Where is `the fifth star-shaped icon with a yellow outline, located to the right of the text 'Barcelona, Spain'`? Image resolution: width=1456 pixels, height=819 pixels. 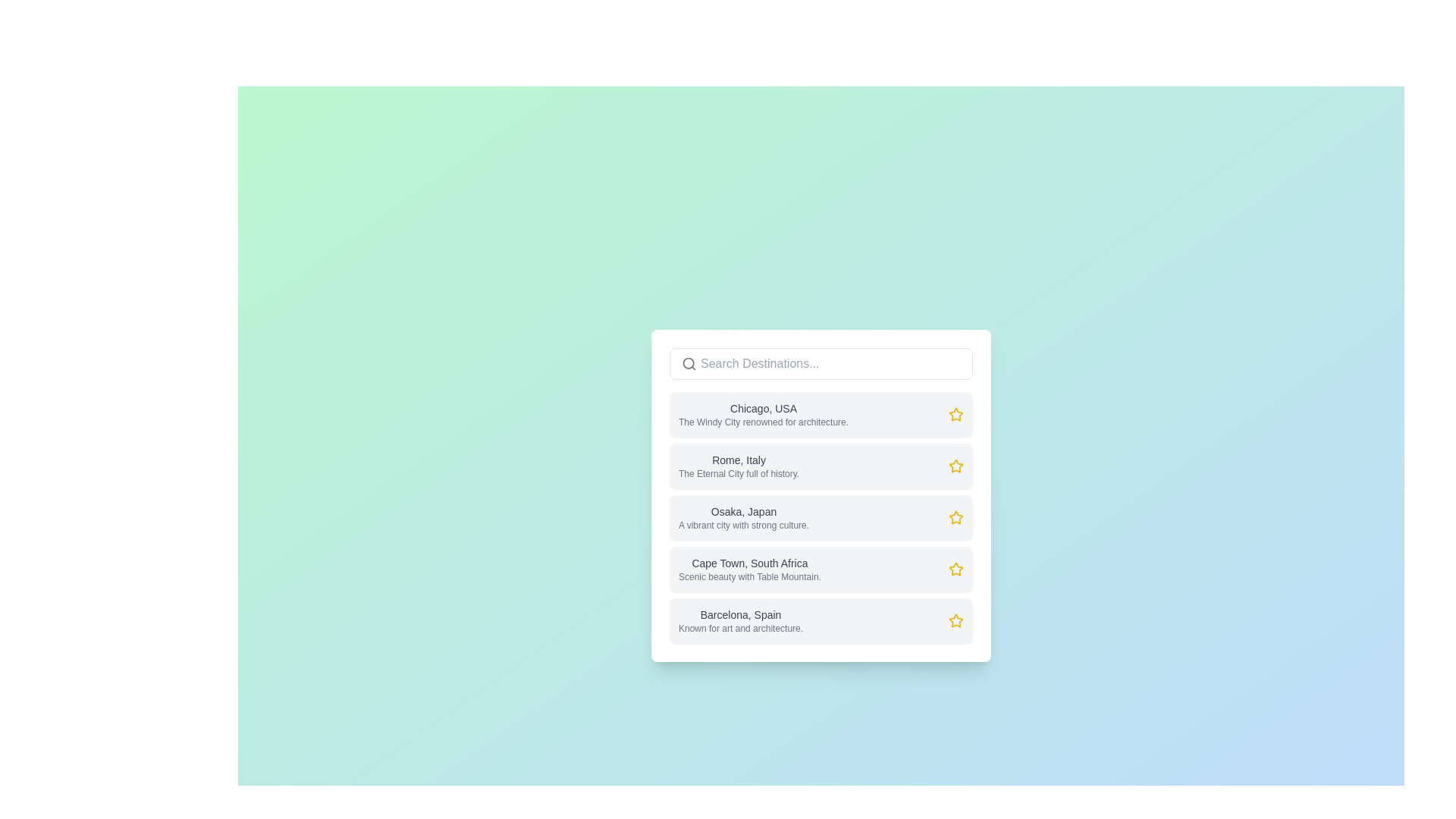 the fifth star-shaped icon with a yellow outline, located to the right of the text 'Barcelona, Spain' is located at coordinates (955, 620).